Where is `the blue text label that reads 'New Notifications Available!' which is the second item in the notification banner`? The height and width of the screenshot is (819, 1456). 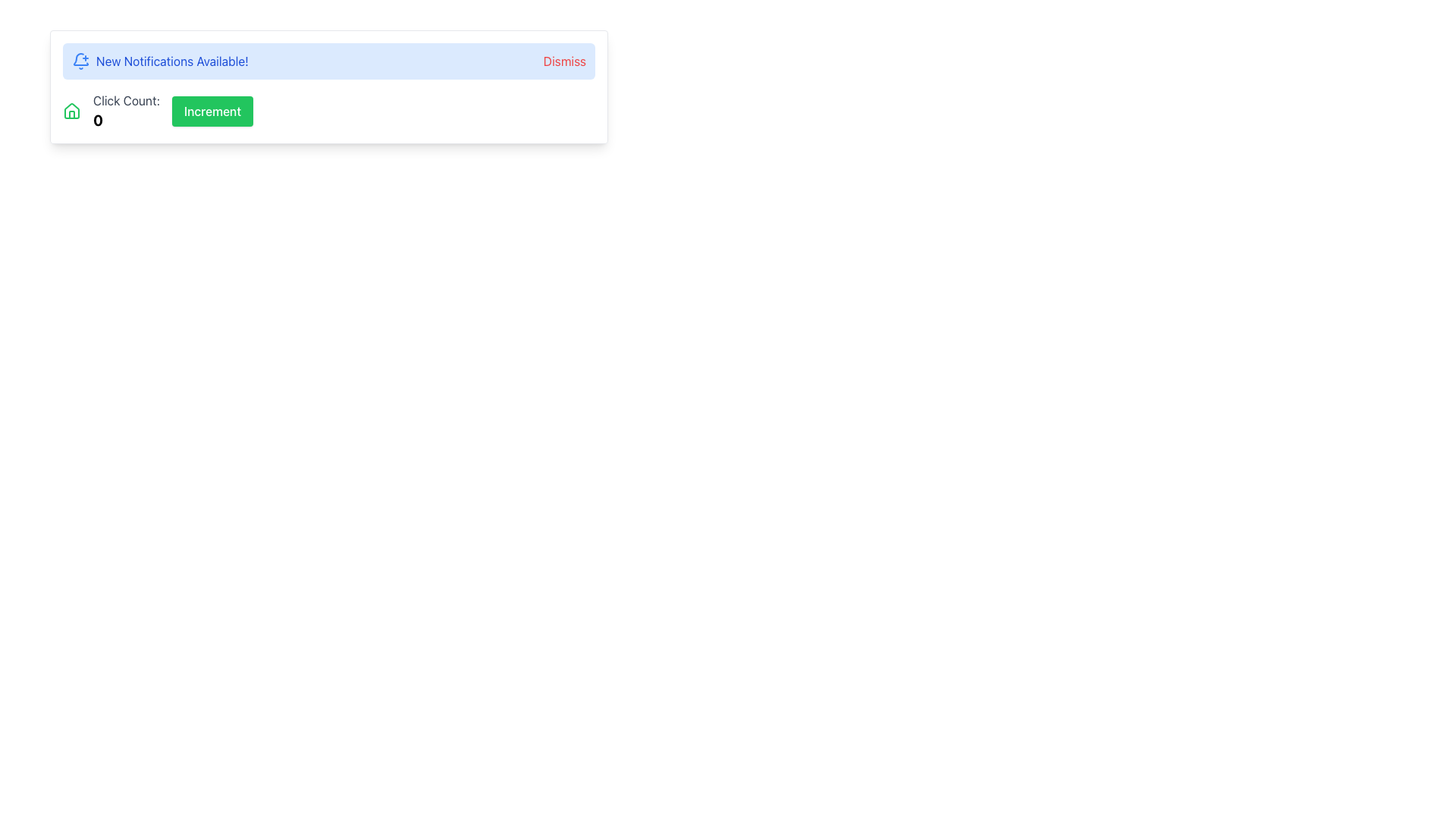 the blue text label that reads 'New Notifications Available!' which is the second item in the notification banner is located at coordinates (172, 61).